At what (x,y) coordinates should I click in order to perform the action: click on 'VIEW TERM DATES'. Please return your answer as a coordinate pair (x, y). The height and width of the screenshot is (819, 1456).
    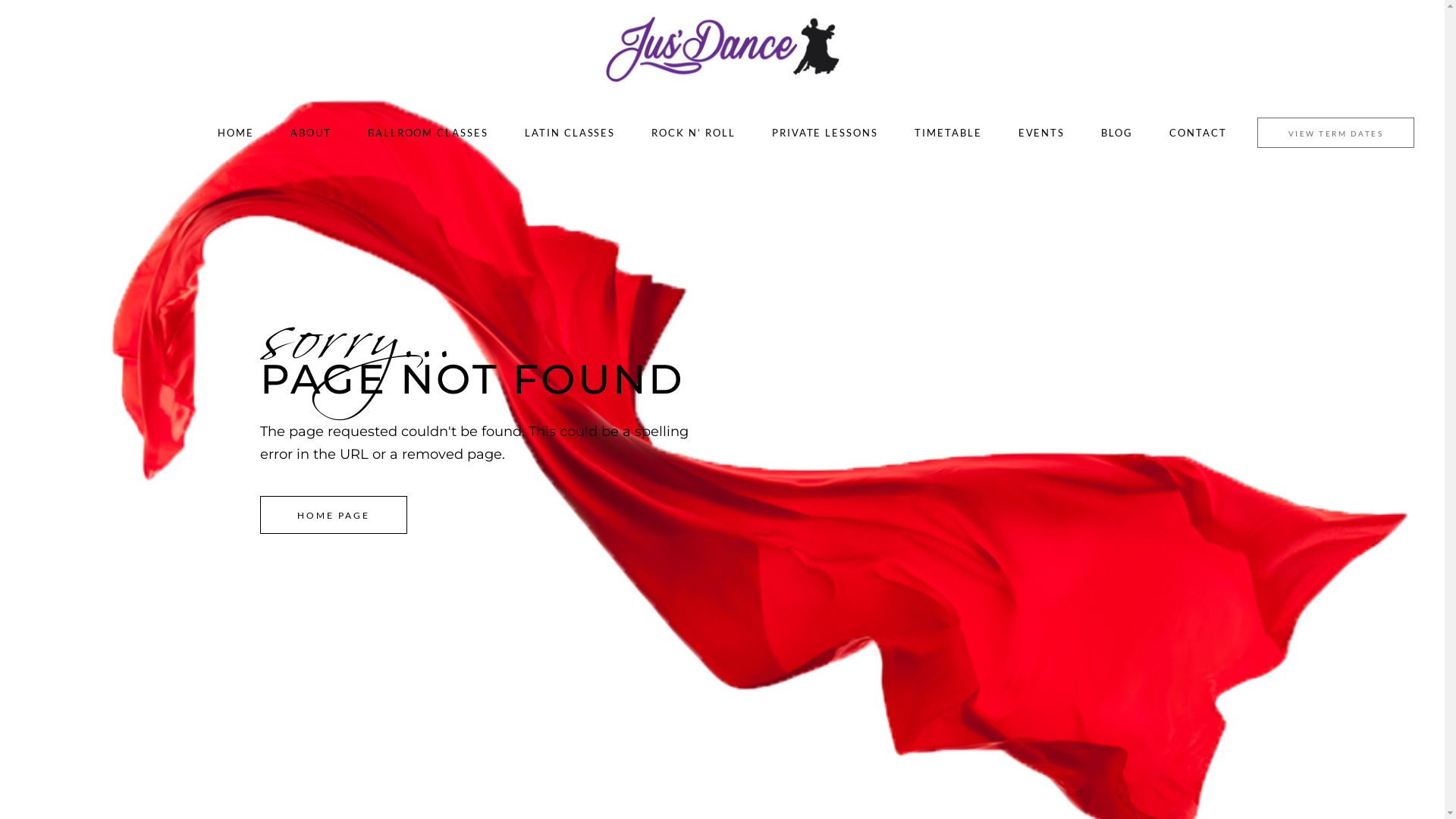
    Looking at the image, I should click on (1335, 131).